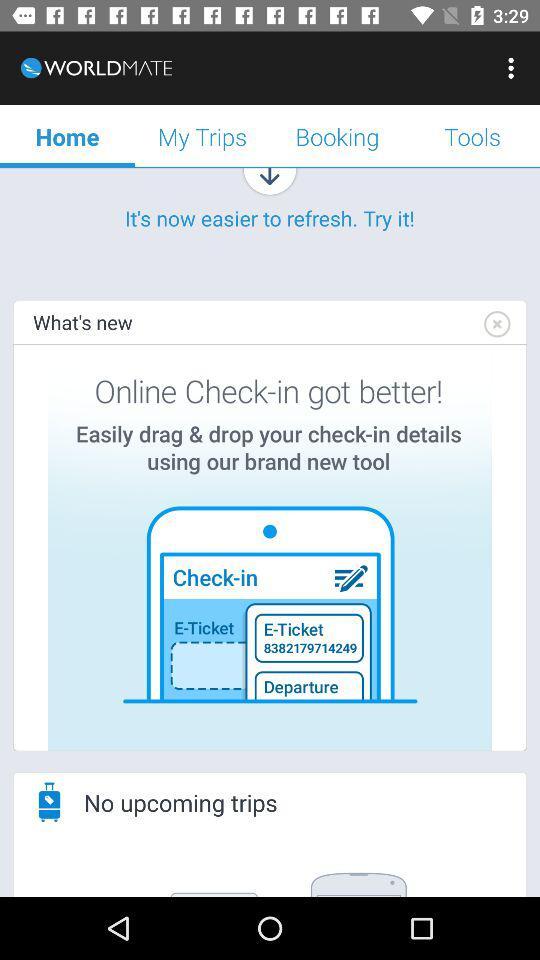  I want to click on item on the right, so click(495, 324).